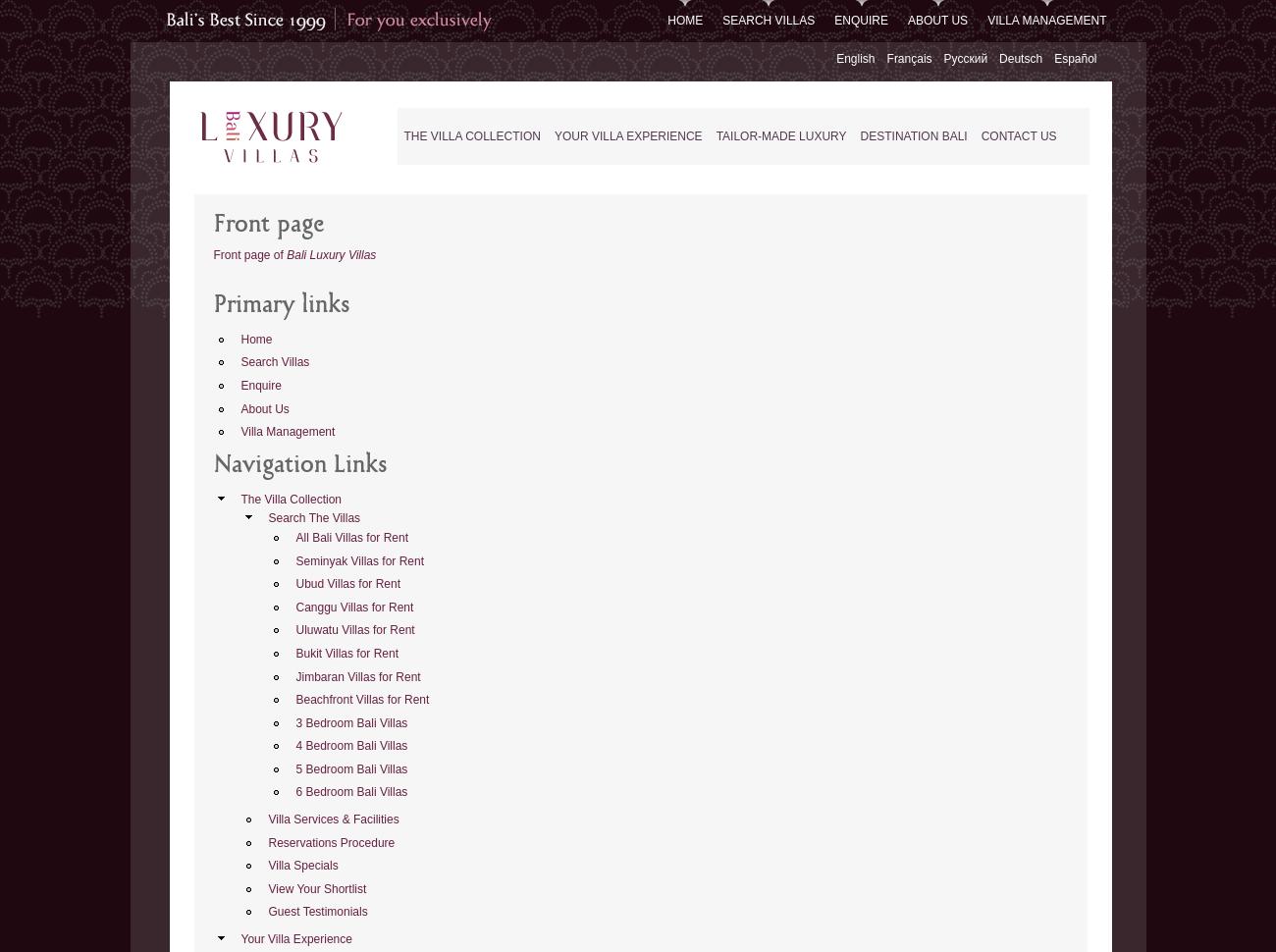 This screenshot has width=1276, height=952. Describe the element at coordinates (350, 744) in the screenshot. I see `'4 Bedroom Bali Villas'` at that location.